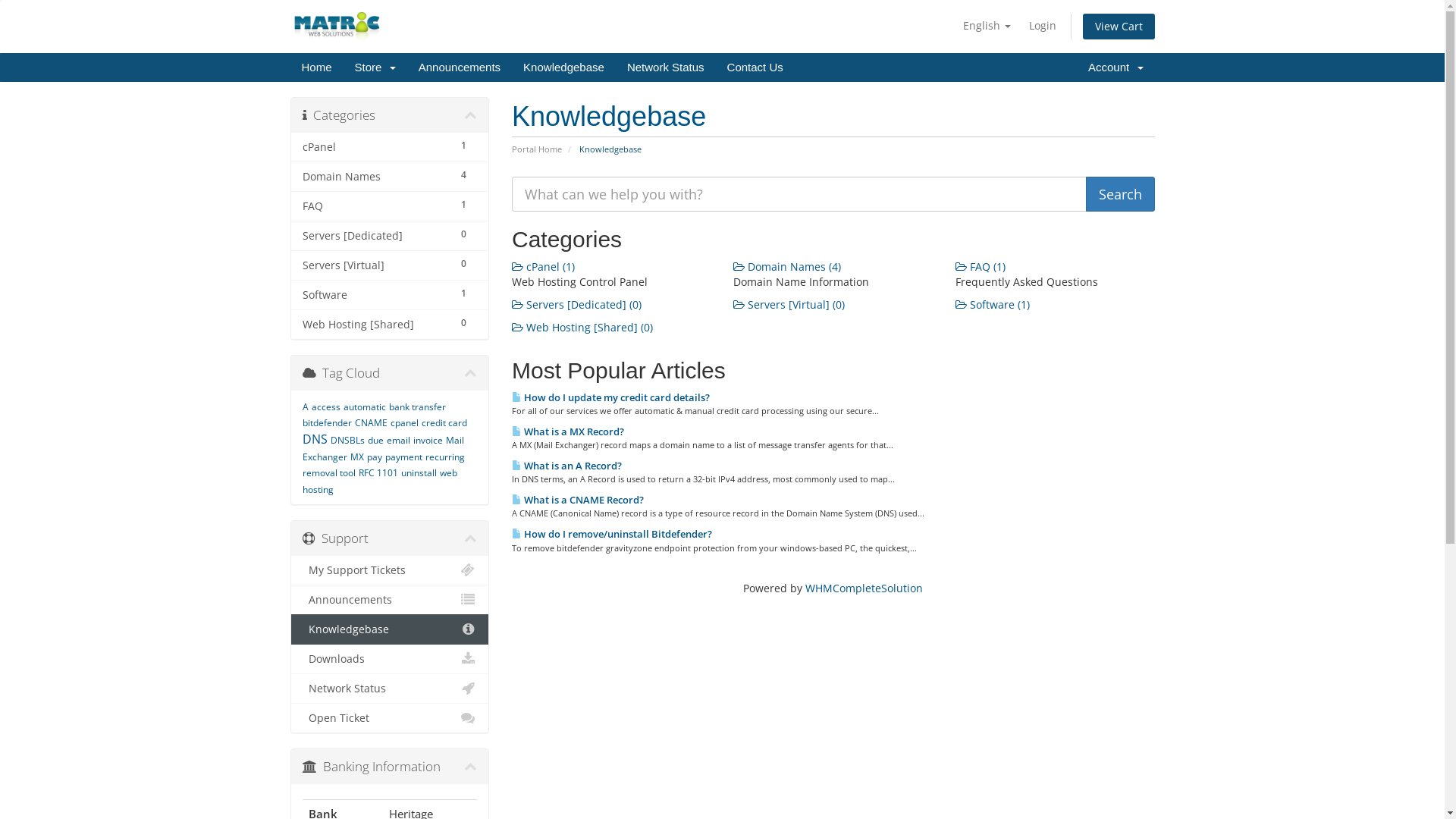  What do you see at coordinates (390, 265) in the screenshot?
I see `'0` at bounding box center [390, 265].